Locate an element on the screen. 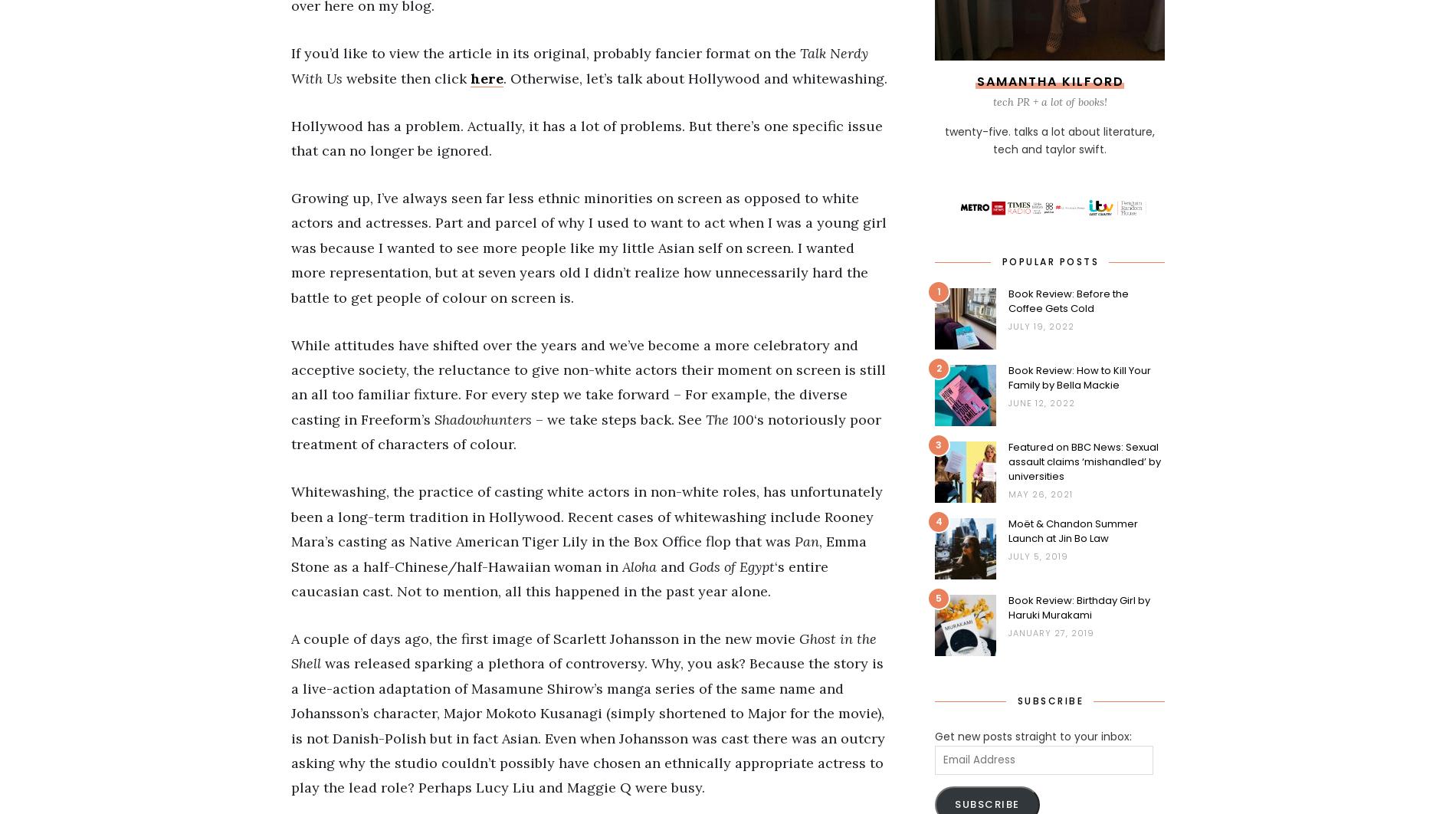 This screenshot has height=814, width=1456. 'twenty-five. talks a lot about literature, tech and taylor swift.' is located at coordinates (1049, 140).